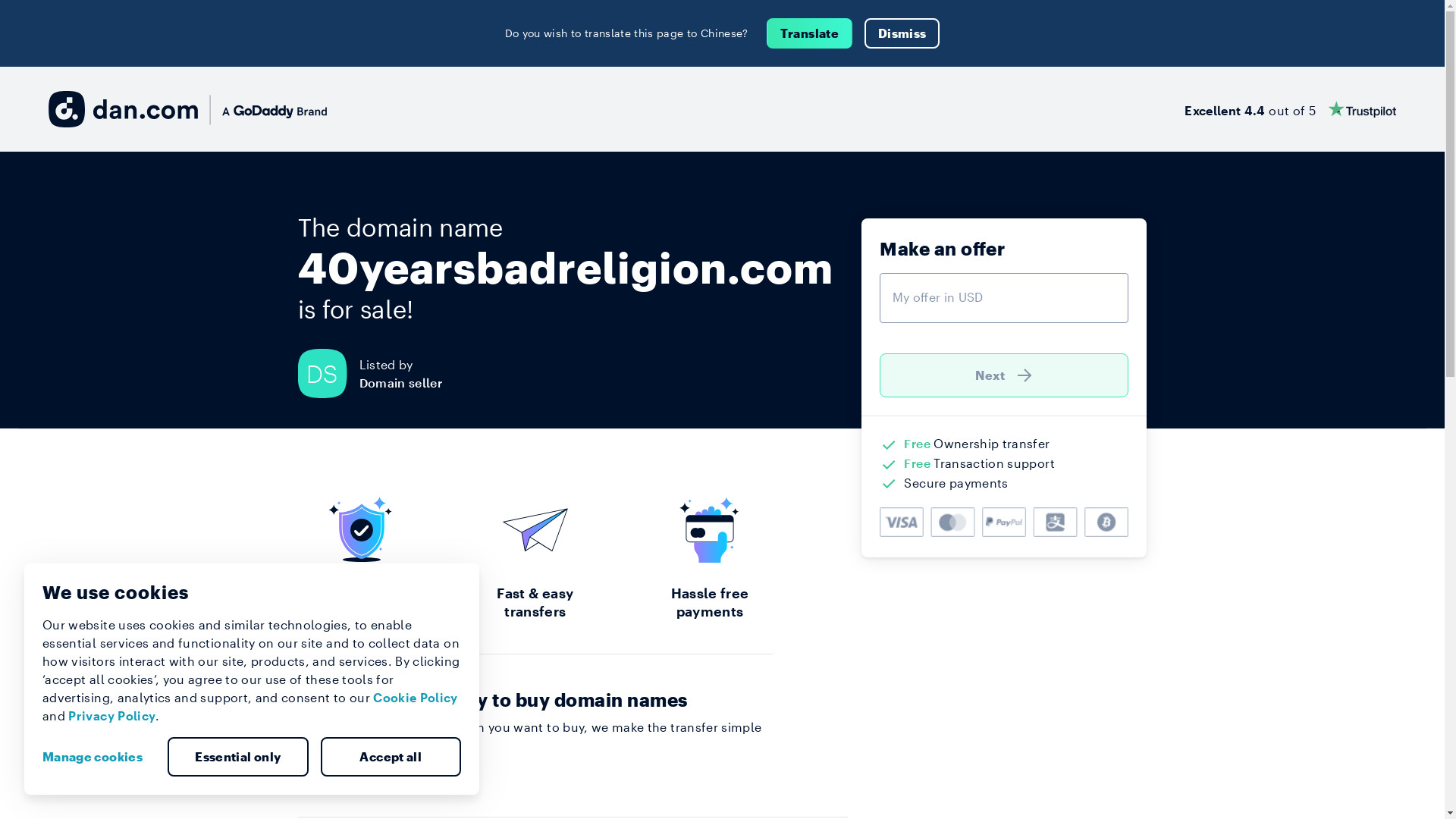 The height and width of the screenshot is (819, 1456). What do you see at coordinates (390, 757) in the screenshot?
I see `'Accept all'` at bounding box center [390, 757].